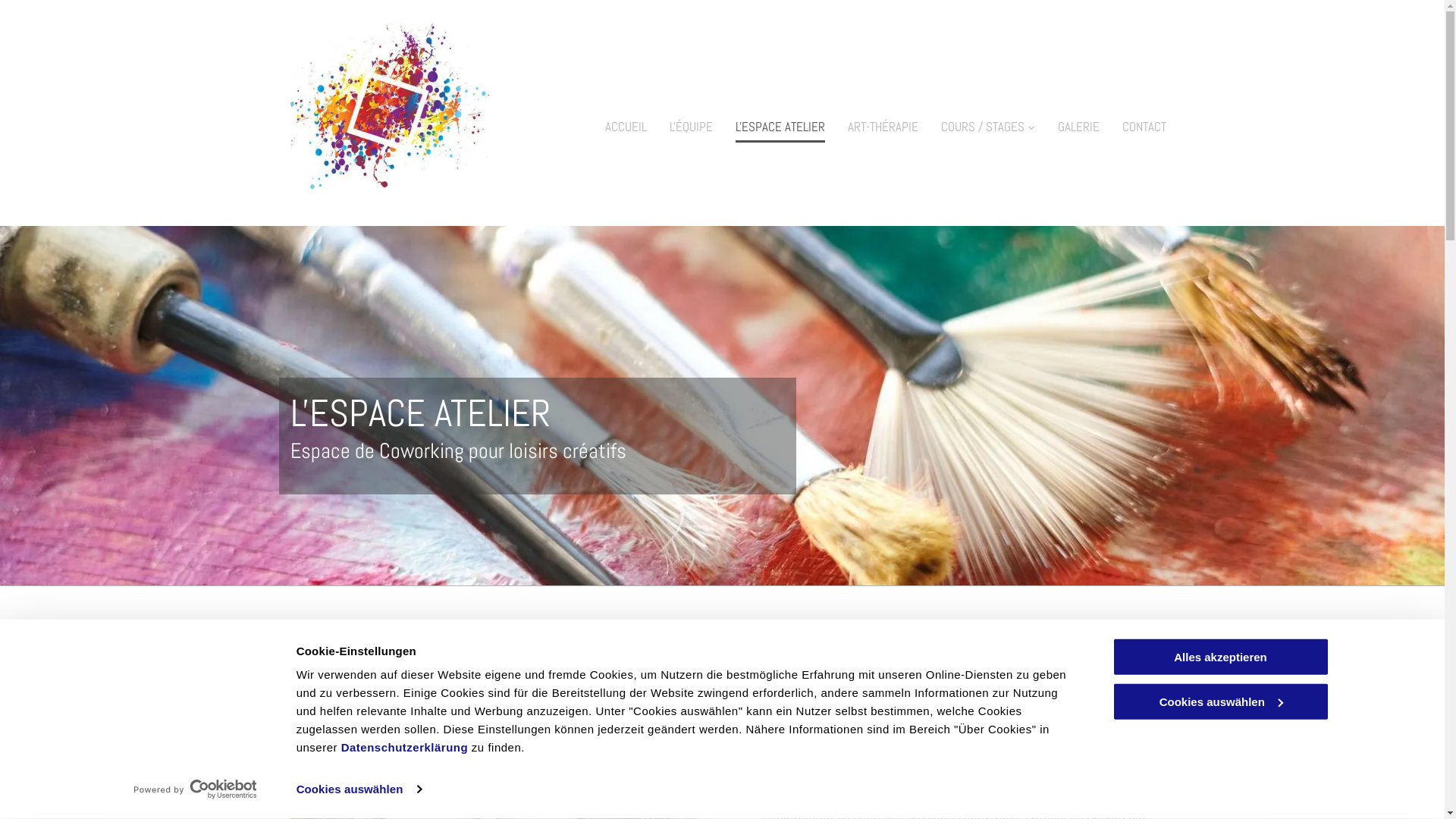 This screenshot has width=1456, height=819. I want to click on 'COURS / STAGES', so click(987, 123).